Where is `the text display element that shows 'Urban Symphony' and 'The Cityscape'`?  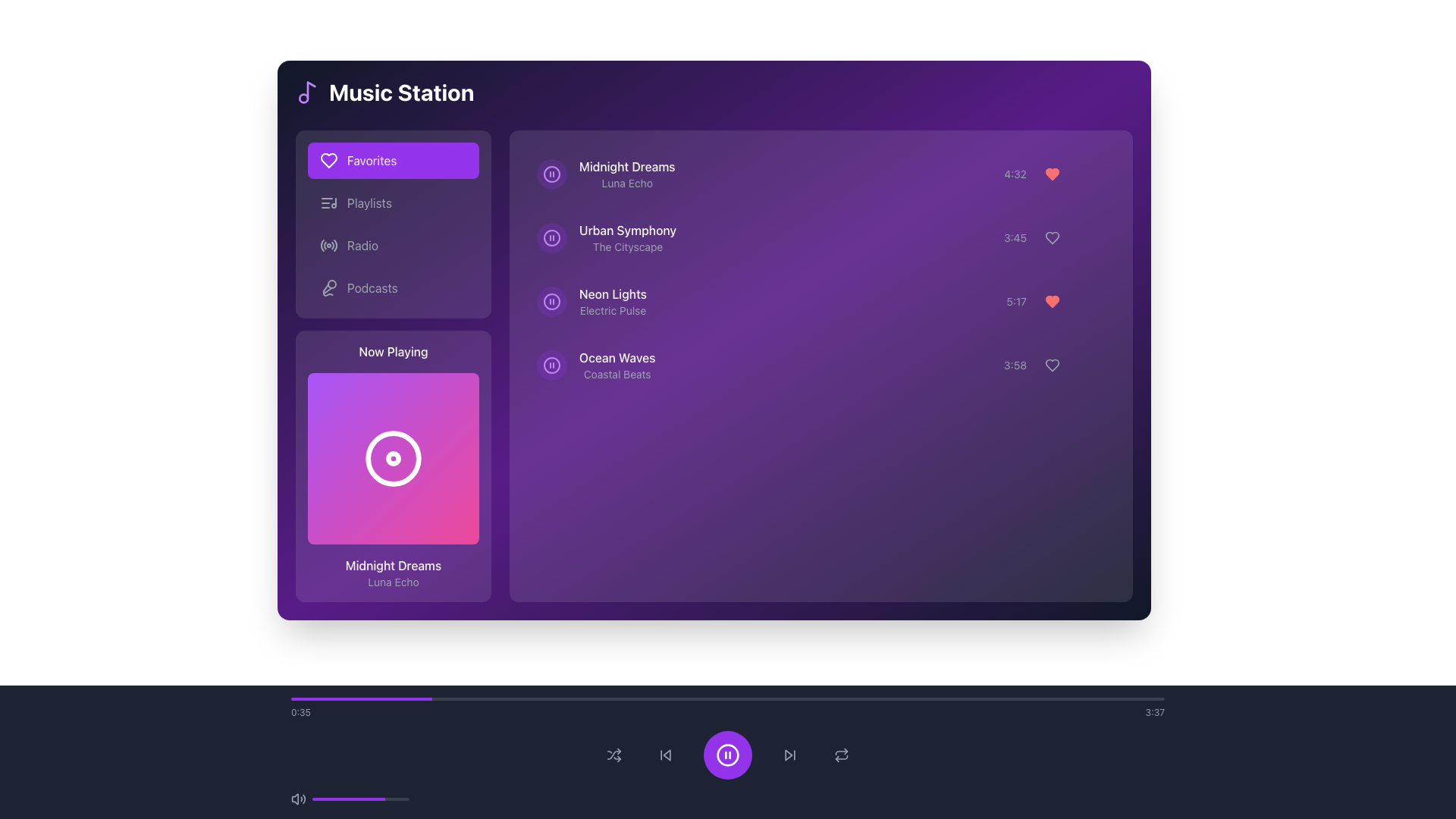
the text display element that shows 'Urban Symphony' and 'The Cityscape' is located at coordinates (607, 237).